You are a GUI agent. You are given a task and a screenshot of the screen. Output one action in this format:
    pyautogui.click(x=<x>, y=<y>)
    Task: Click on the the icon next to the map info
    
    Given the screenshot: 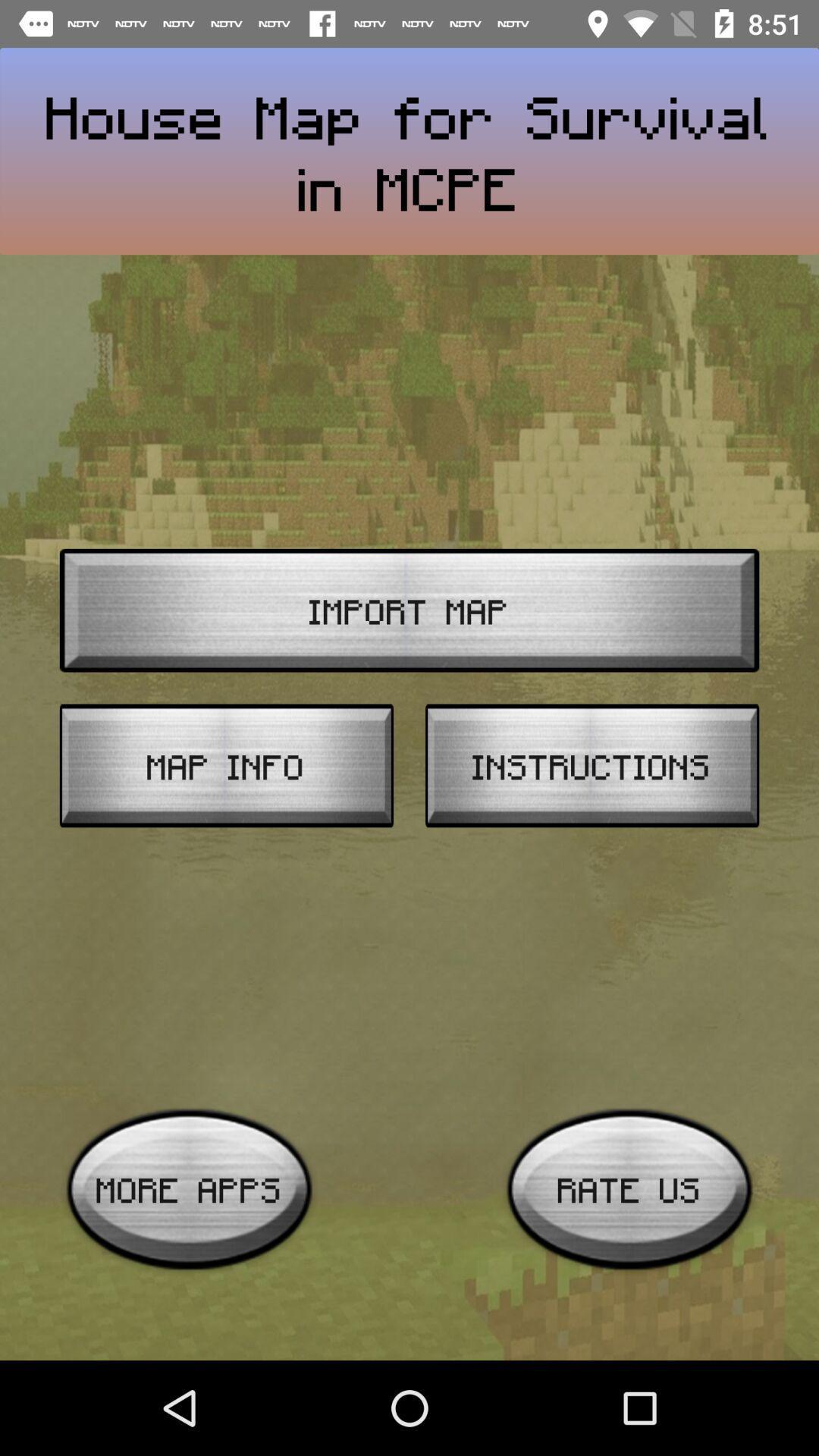 What is the action you would take?
    pyautogui.click(x=591, y=765)
    